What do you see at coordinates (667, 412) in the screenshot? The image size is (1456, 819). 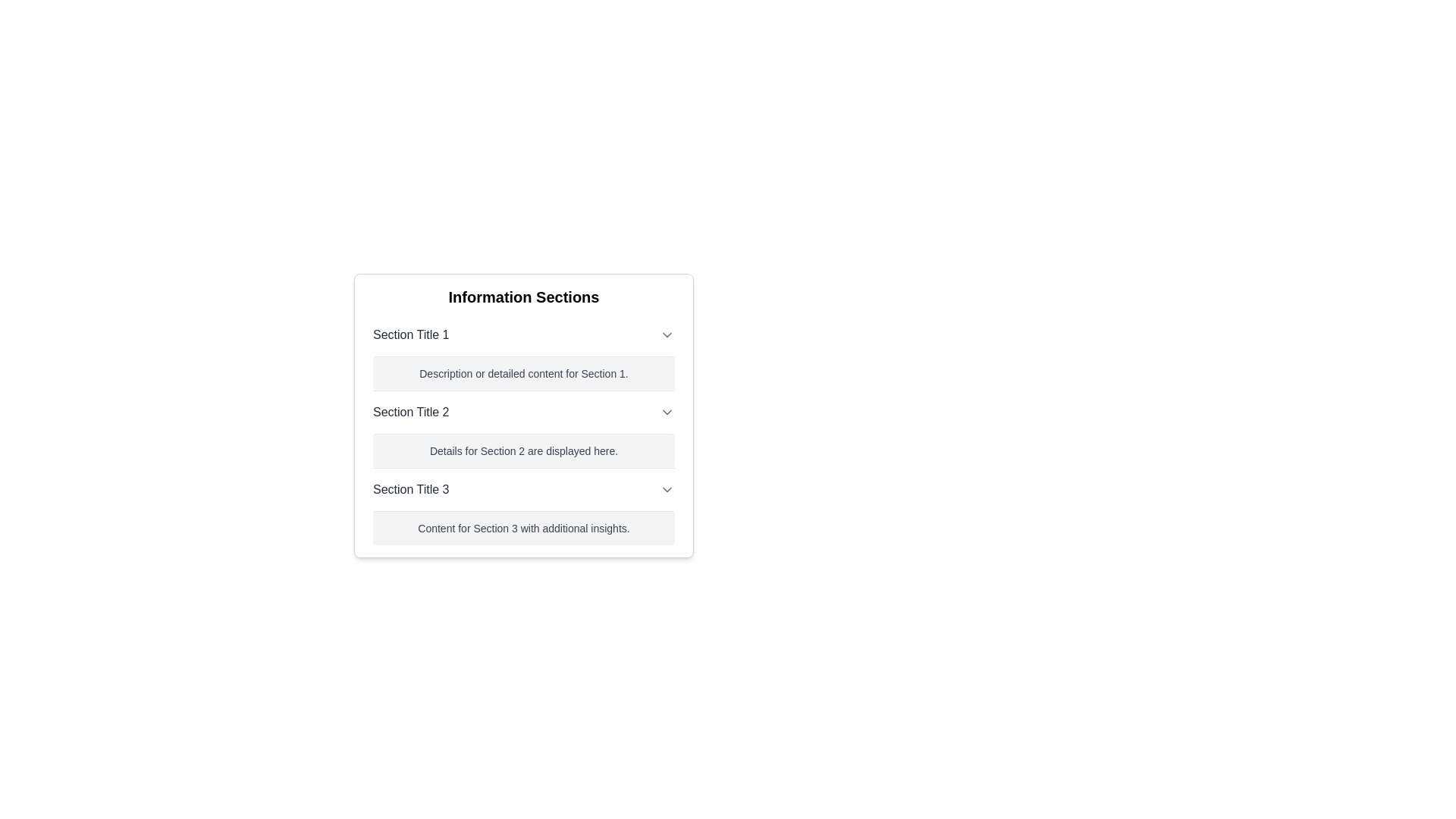 I see `the Icon Button located at the far-right end of the header for 'Section Title 2'` at bounding box center [667, 412].